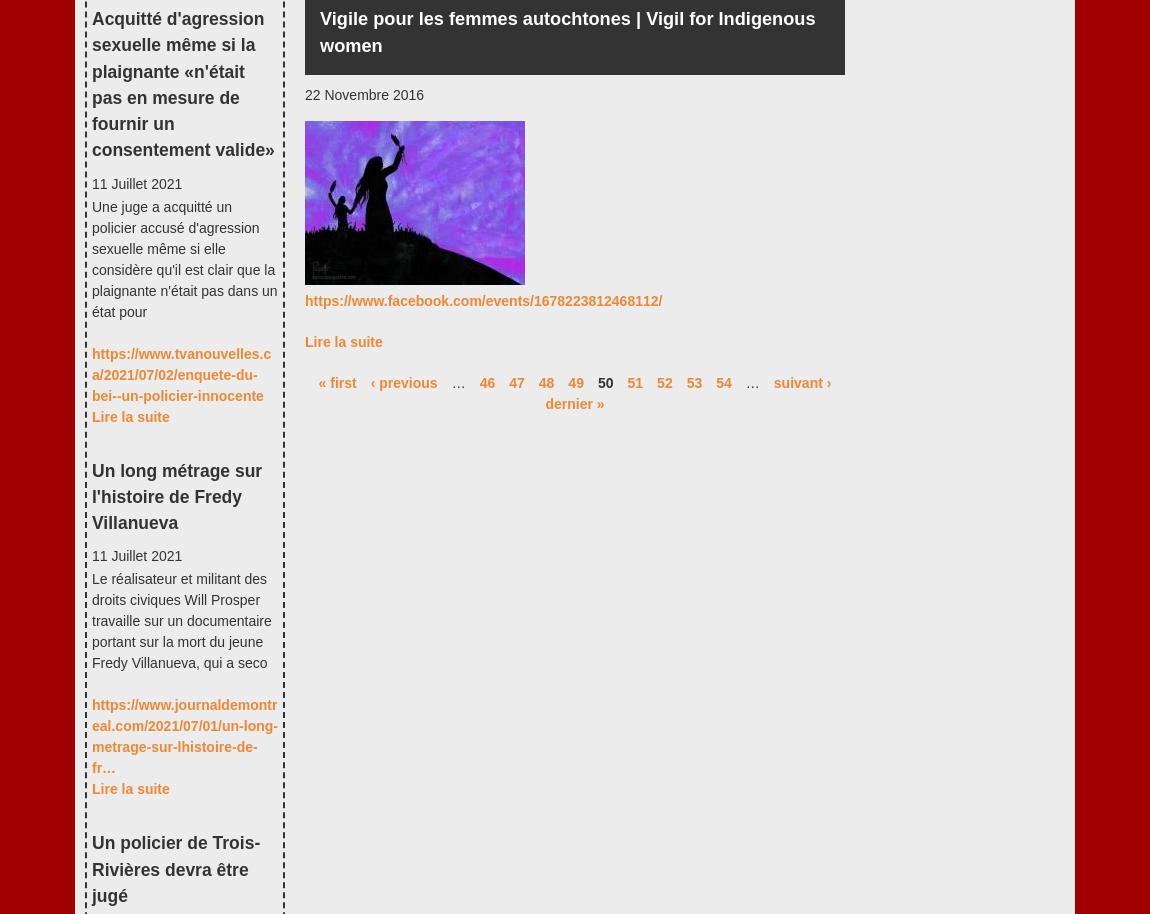  I want to click on 'Vigile pour les femmes autochtones | Vigil for Indigenous women', so click(320, 31).